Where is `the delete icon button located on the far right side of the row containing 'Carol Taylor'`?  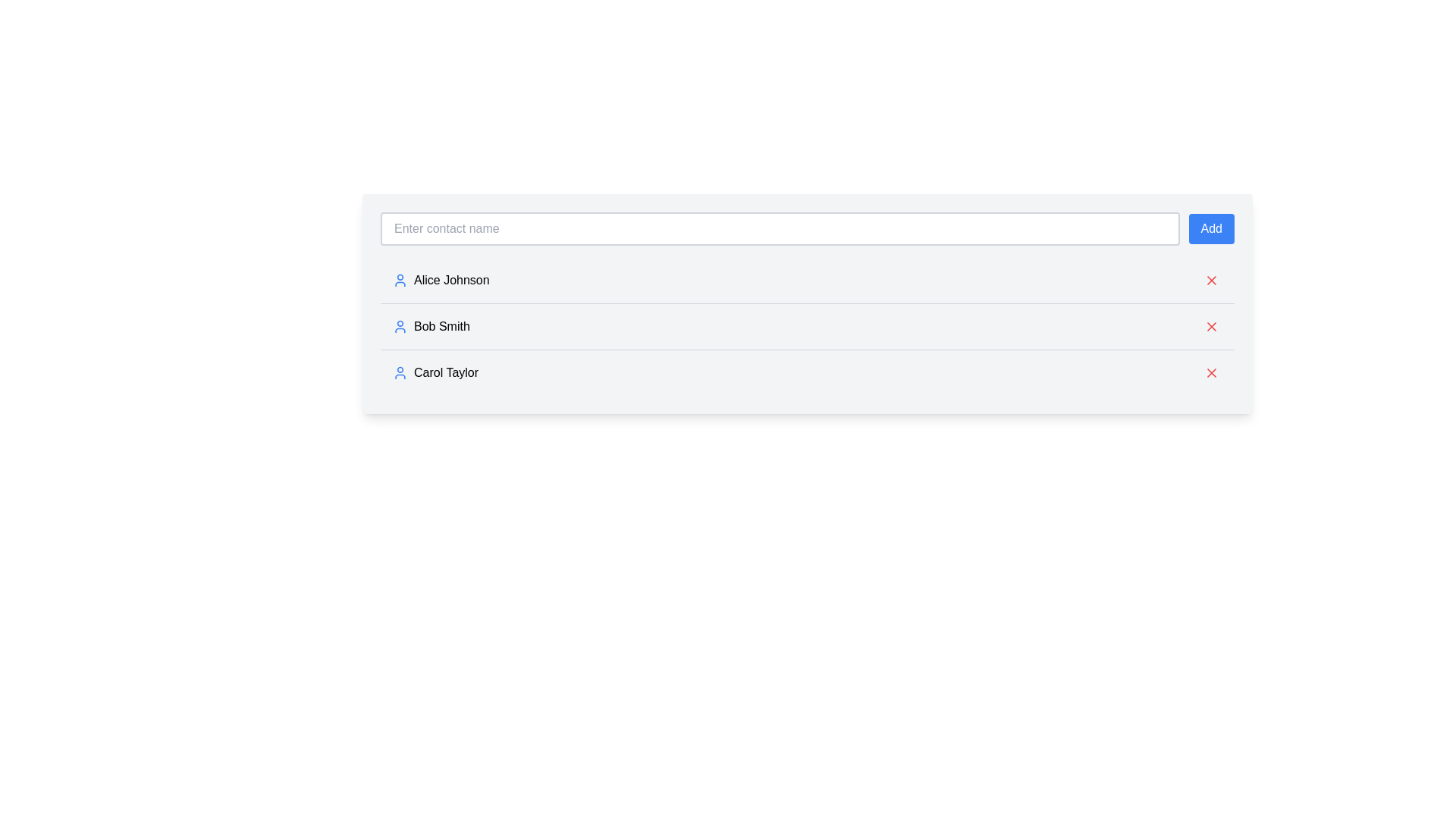 the delete icon button located on the far right side of the row containing 'Carol Taylor' is located at coordinates (1211, 373).